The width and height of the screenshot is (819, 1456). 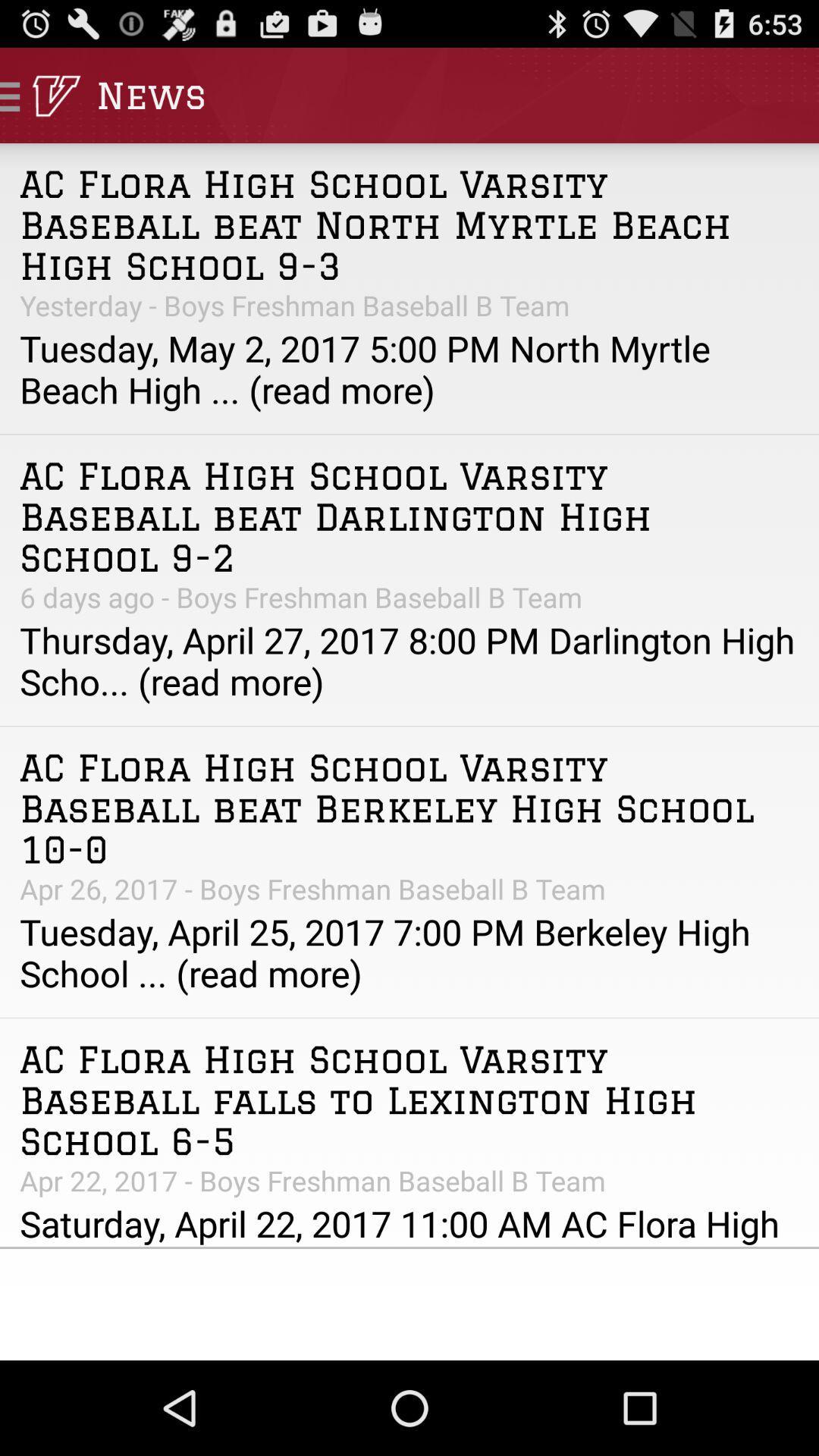 I want to click on item below the ac flora high, so click(x=409, y=596).